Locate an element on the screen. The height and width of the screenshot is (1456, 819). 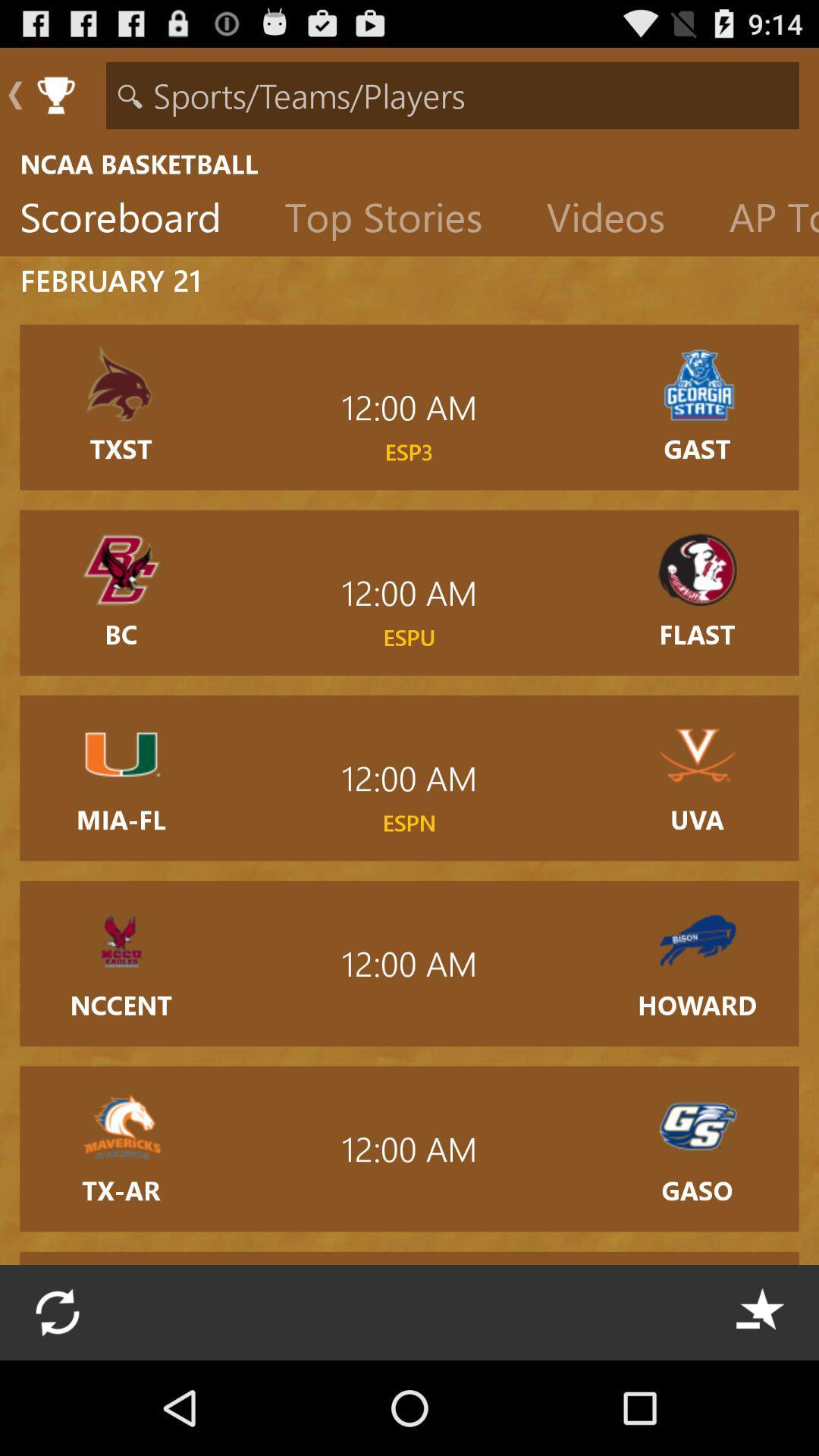
icon to the right of scoreboard item is located at coordinates (394, 220).